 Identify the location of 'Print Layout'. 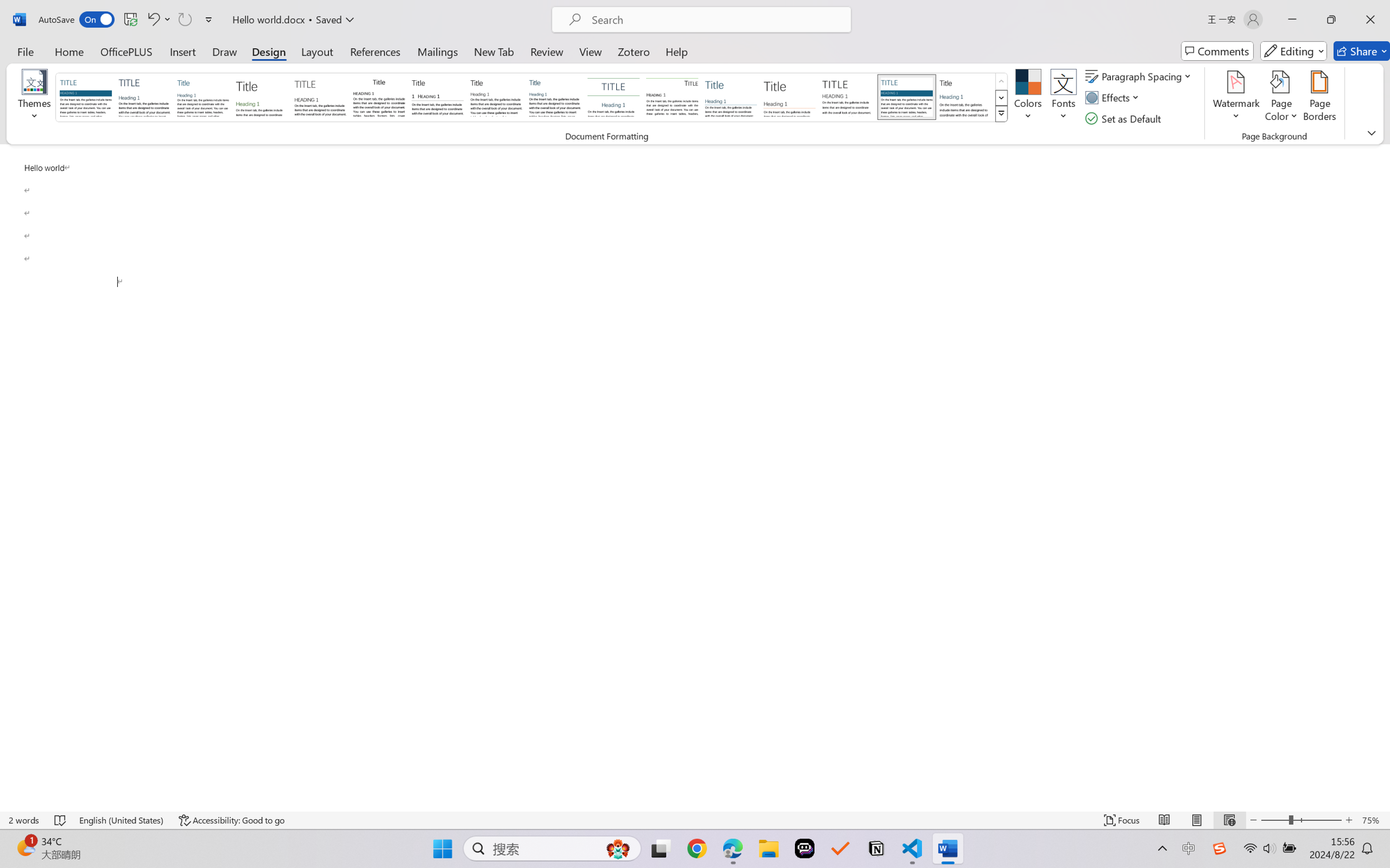
(1196, 820).